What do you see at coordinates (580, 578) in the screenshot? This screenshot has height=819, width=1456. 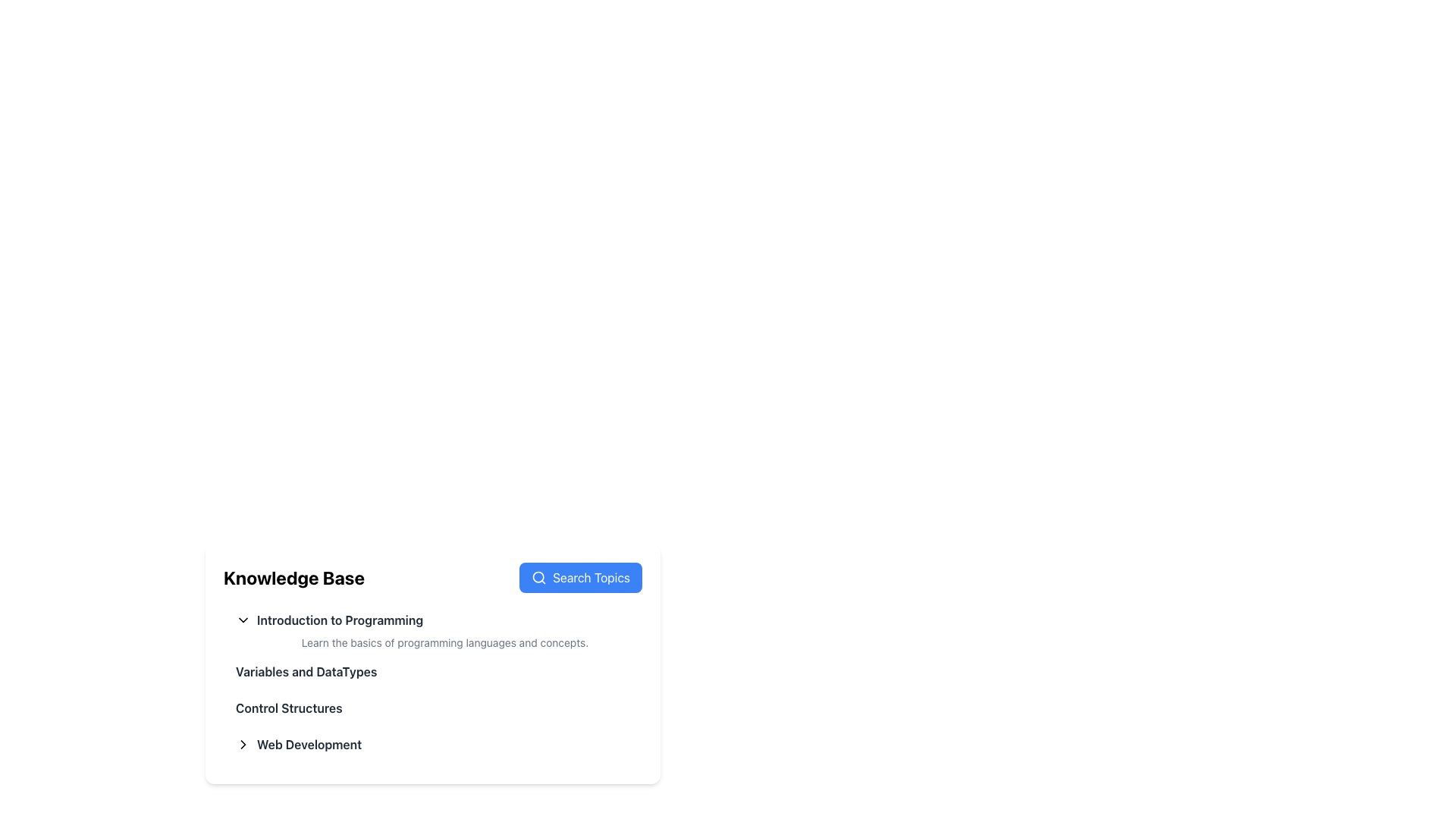 I see `the search button located on the right side of the 'Knowledge Base' heading to initiate a search operation` at bounding box center [580, 578].